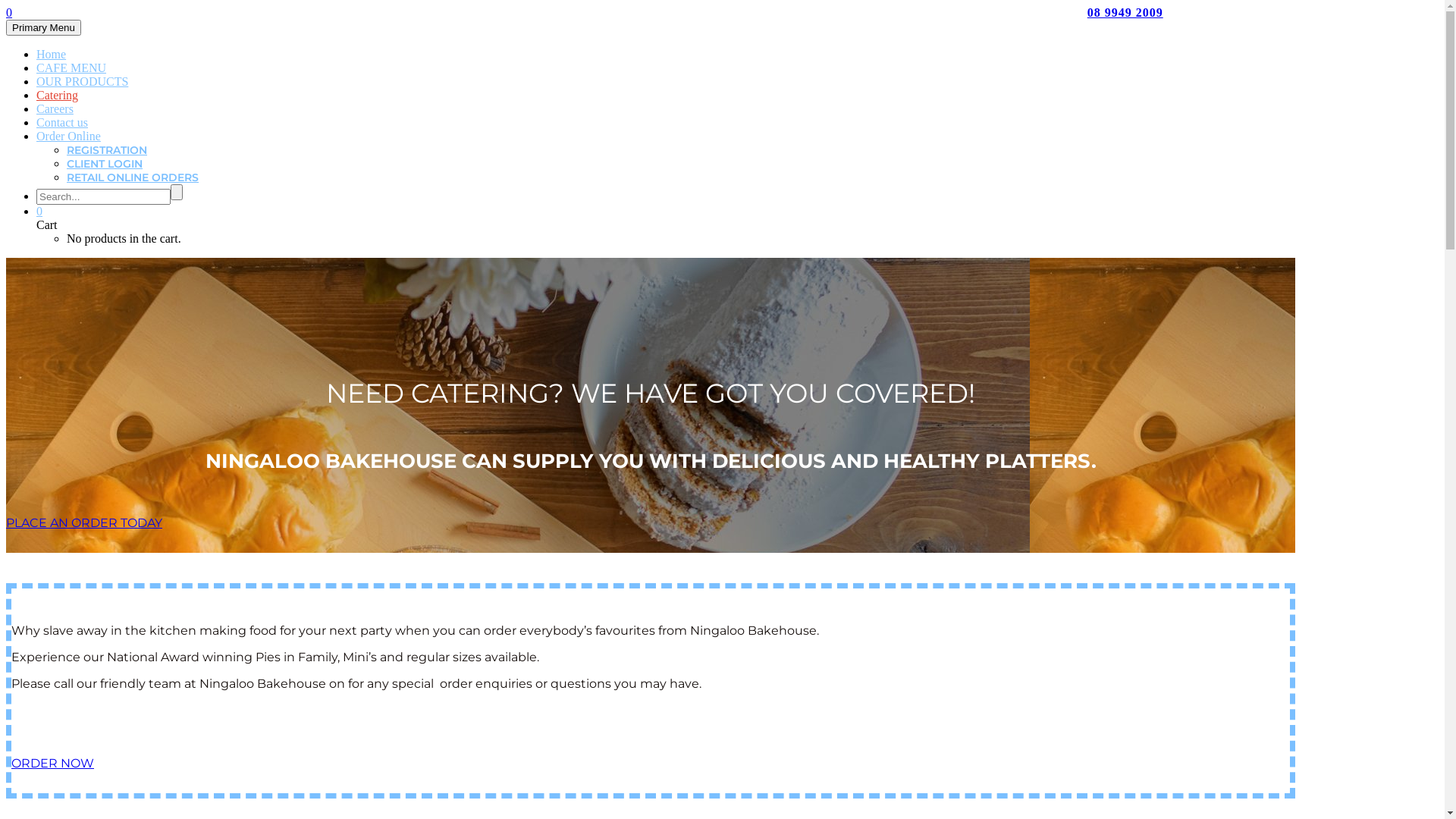  Describe the element at coordinates (51, 53) in the screenshot. I see `'Home'` at that location.